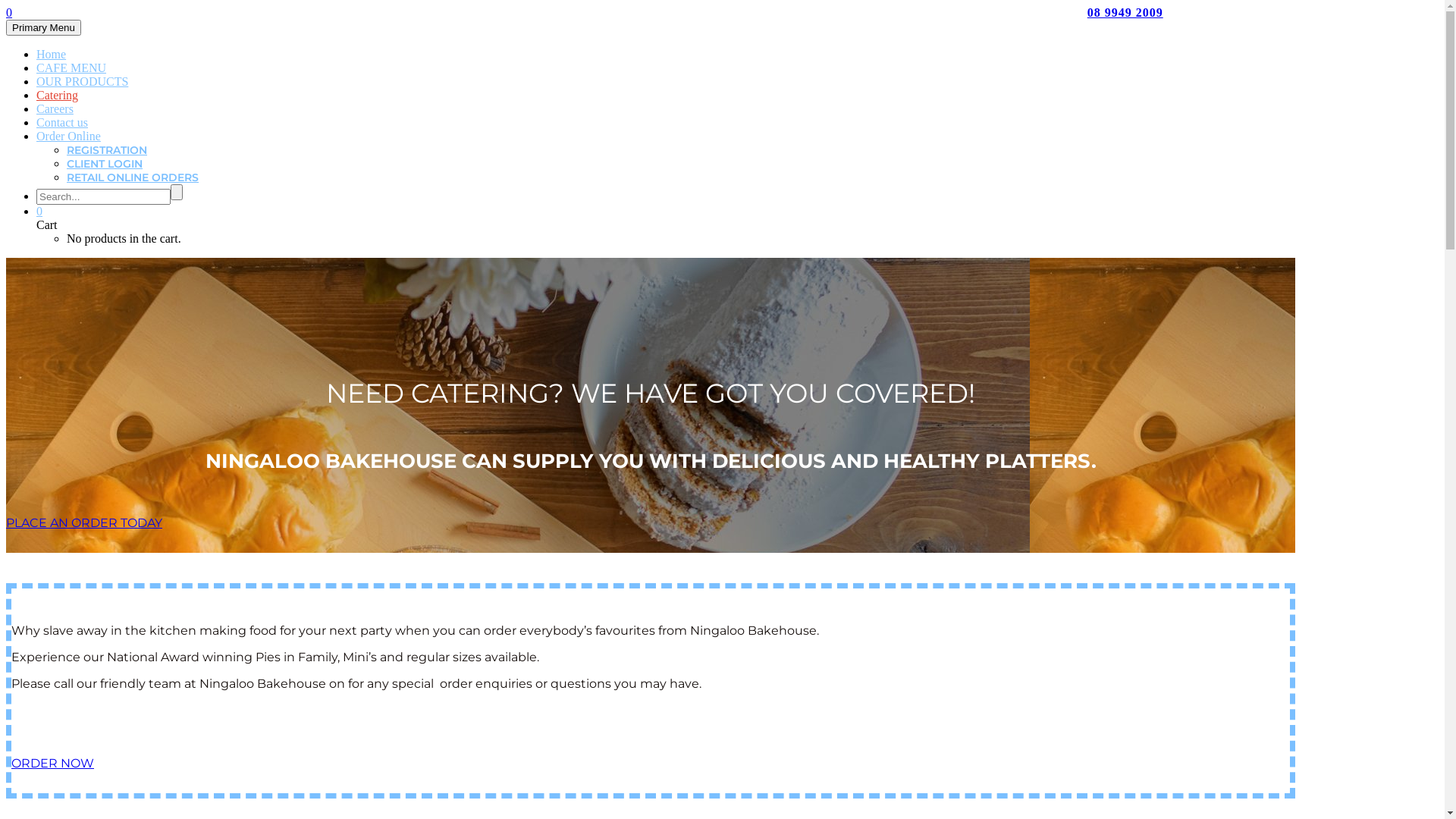  Describe the element at coordinates (51, 53) in the screenshot. I see `'Home'` at that location.